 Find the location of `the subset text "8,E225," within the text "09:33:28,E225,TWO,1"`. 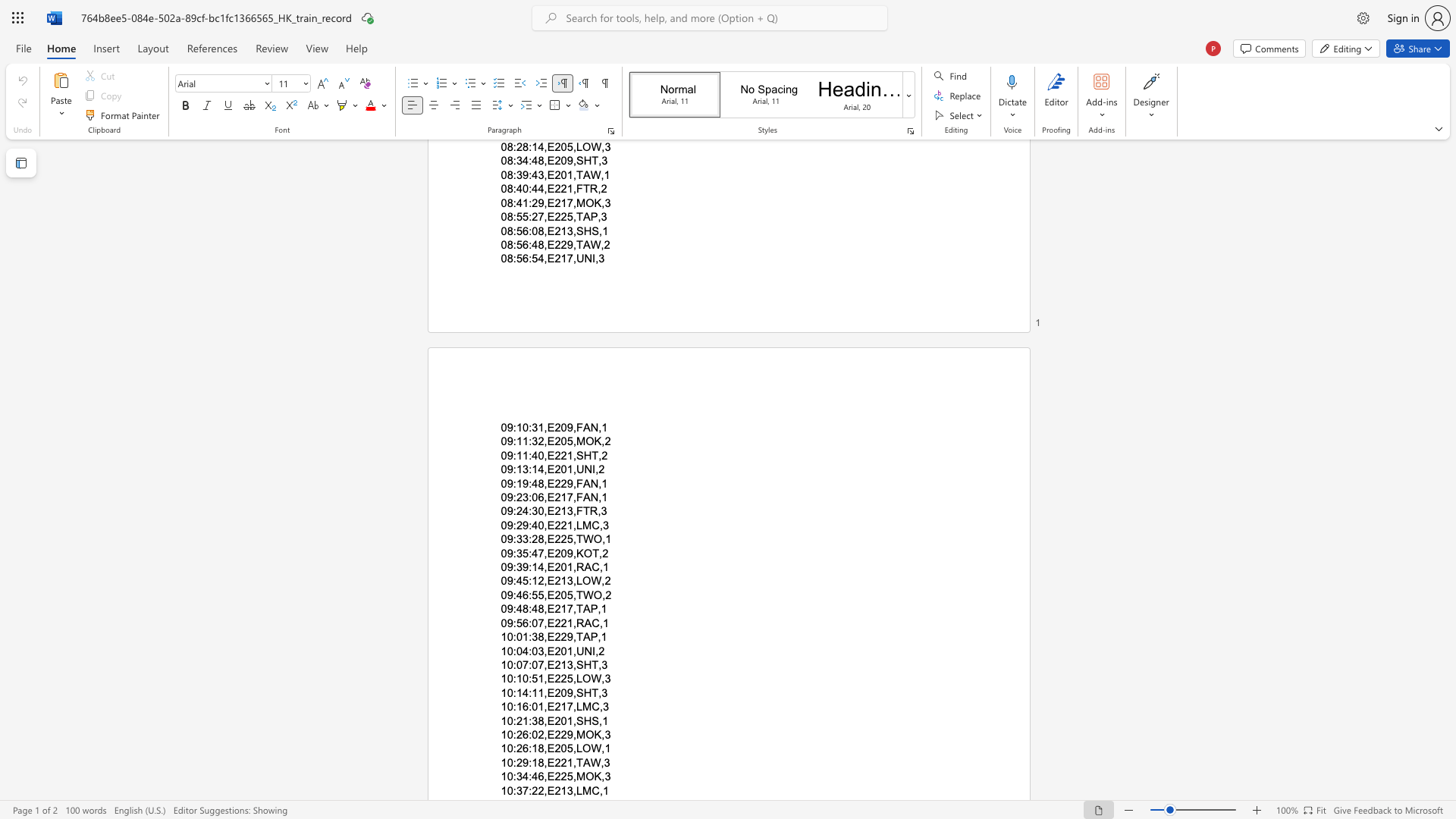

the subset text "8,E225," within the text "09:33:28,E225,TWO,1" is located at coordinates (538, 538).